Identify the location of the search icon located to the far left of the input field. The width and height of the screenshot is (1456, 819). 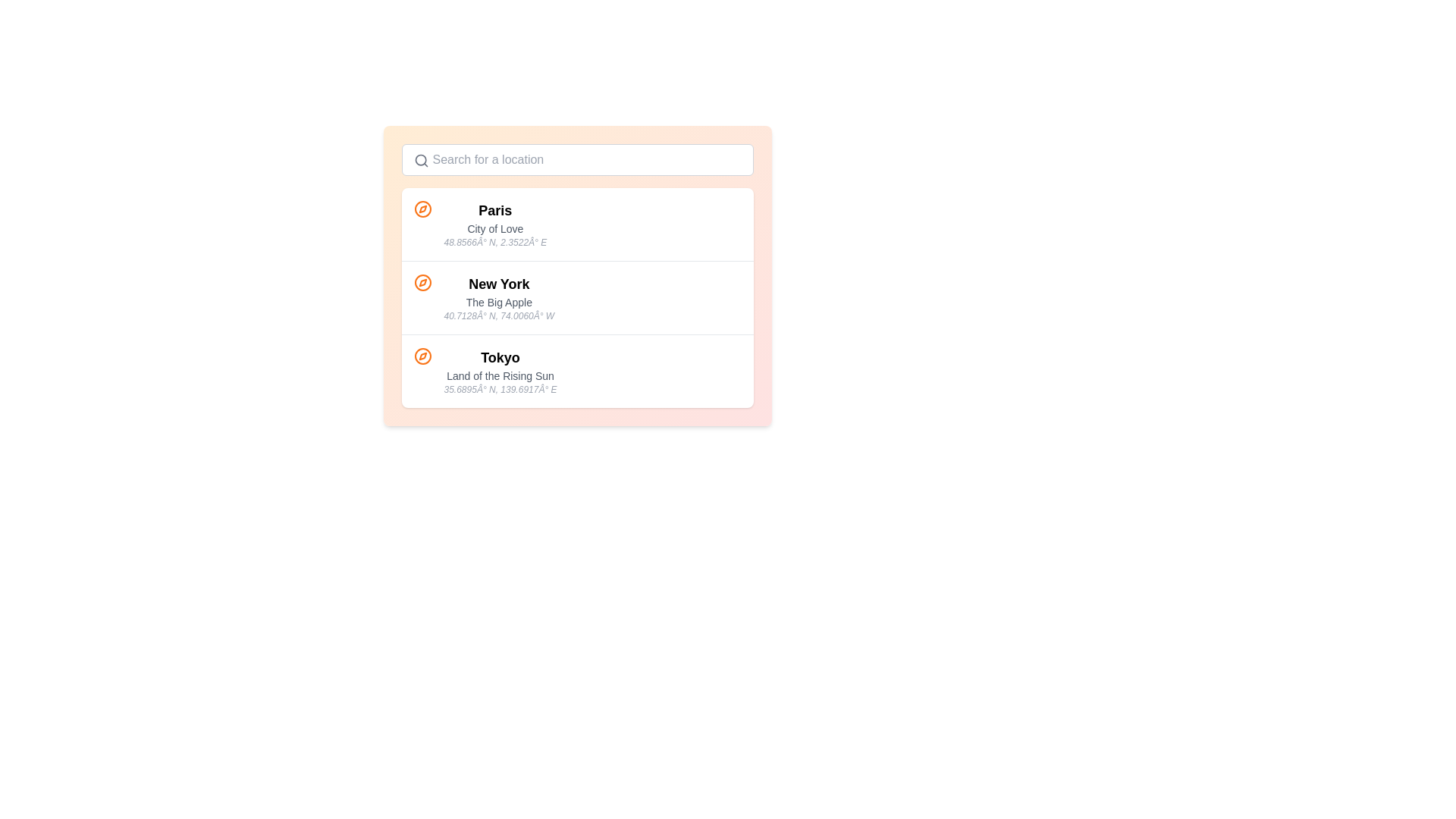
(421, 161).